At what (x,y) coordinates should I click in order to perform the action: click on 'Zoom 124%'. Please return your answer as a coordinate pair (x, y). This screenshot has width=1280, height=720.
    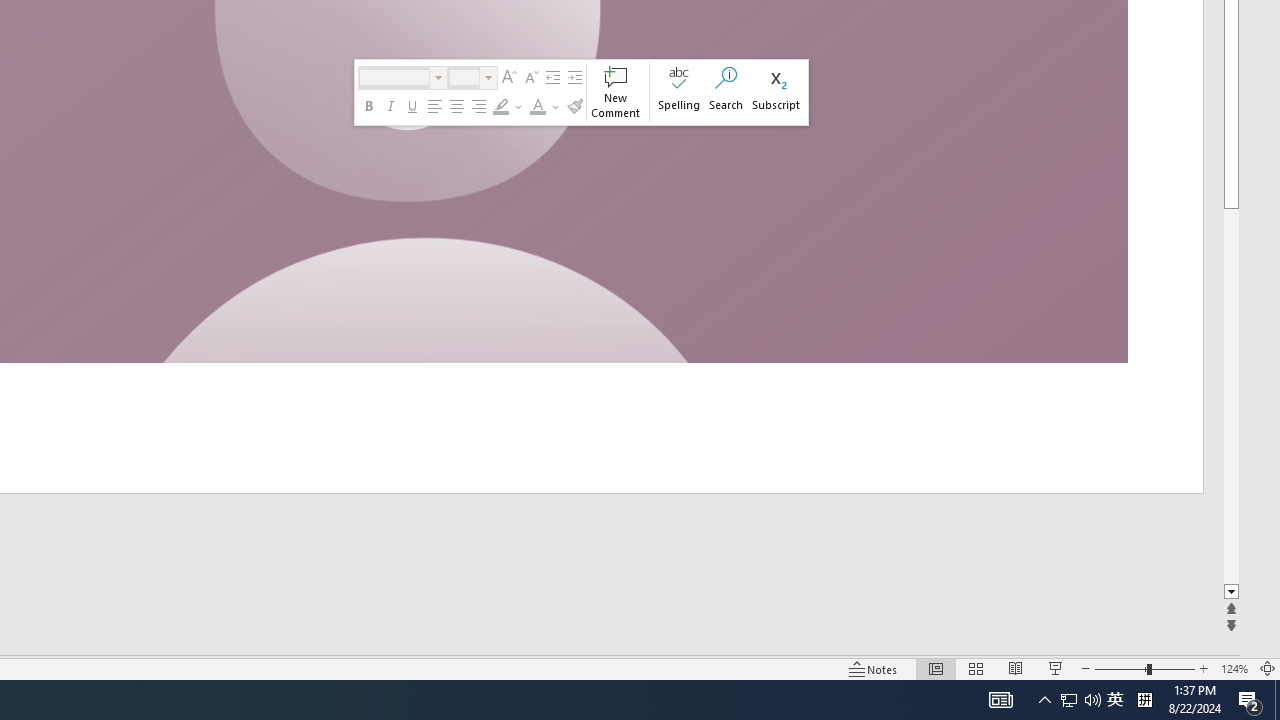
    Looking at the image, I should click on (1233, 669).